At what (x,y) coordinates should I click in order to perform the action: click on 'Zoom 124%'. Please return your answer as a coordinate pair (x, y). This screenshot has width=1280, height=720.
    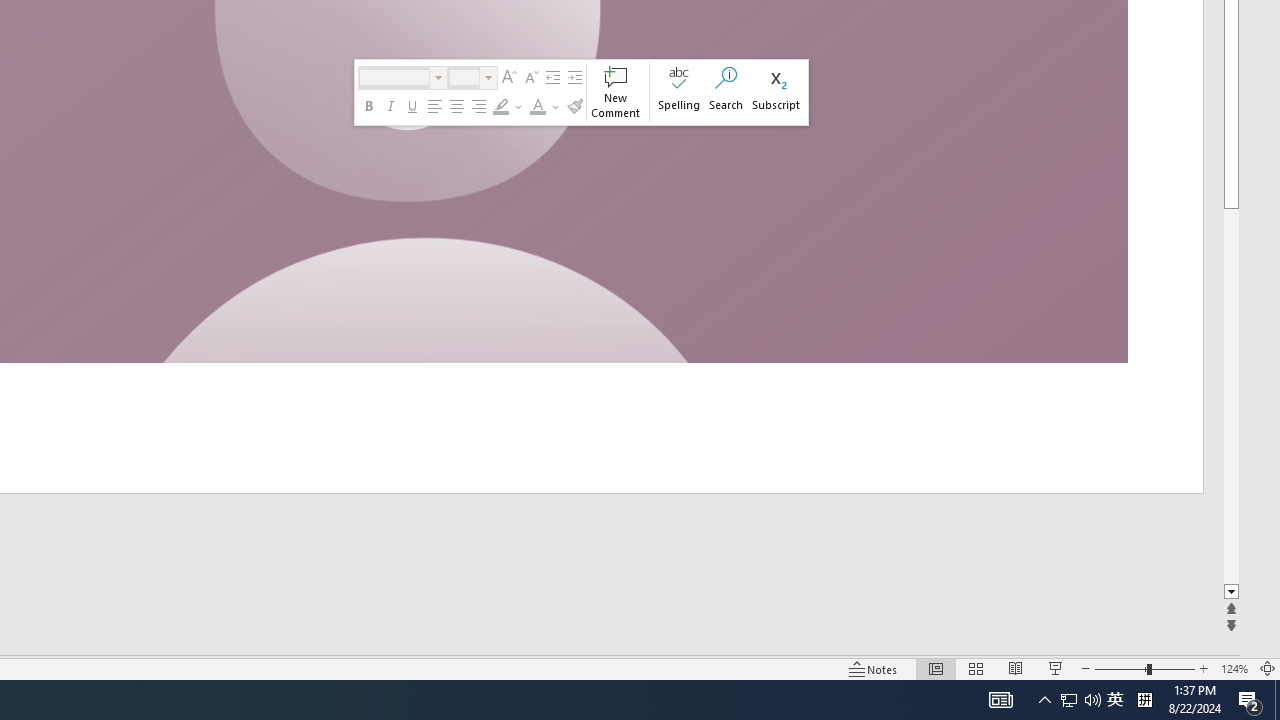
    Looking at the image, I should click on (1233, 669).